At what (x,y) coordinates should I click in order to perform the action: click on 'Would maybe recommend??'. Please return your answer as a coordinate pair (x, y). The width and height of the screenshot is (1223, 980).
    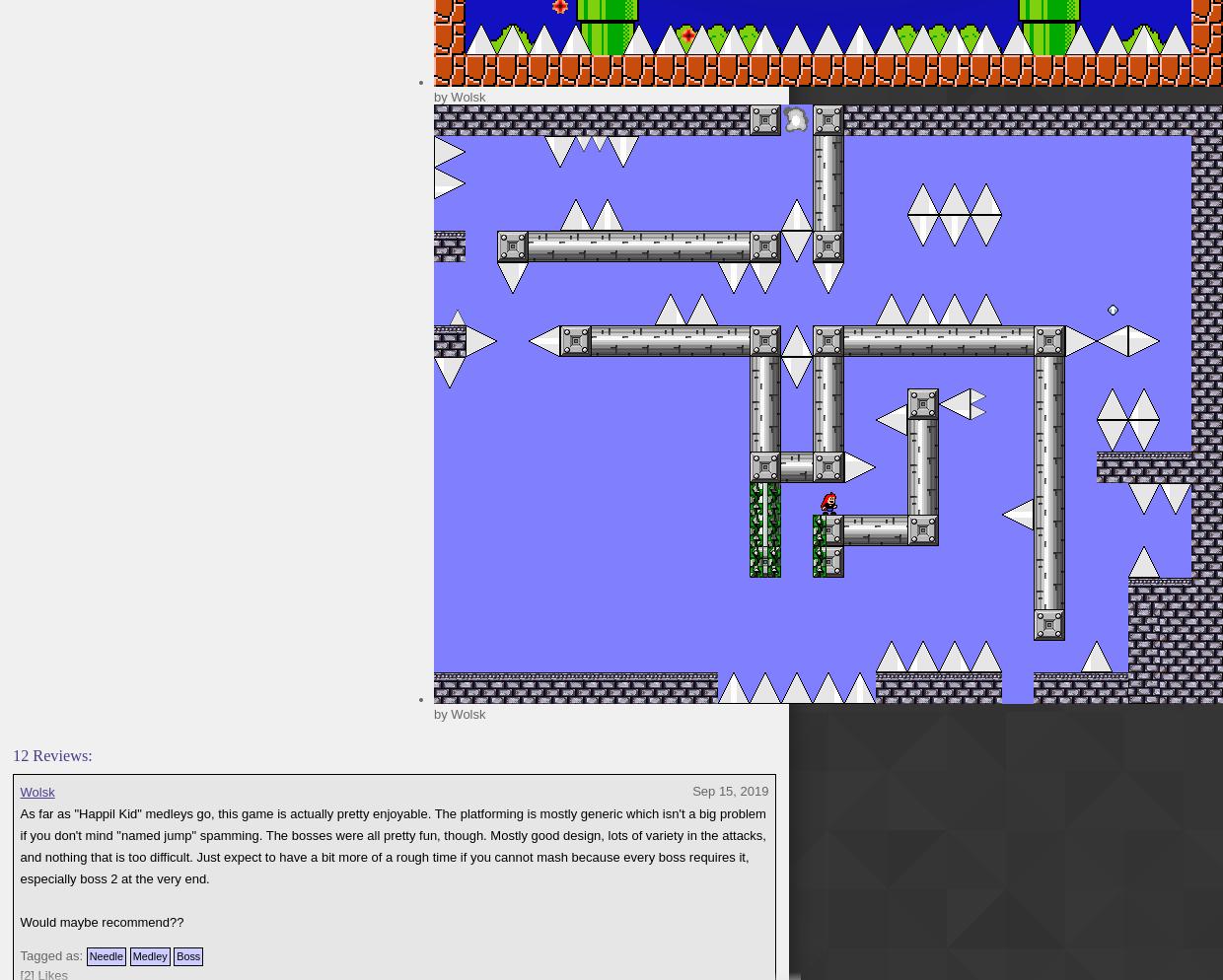
    Looking at the image, I should click on (18, 922).